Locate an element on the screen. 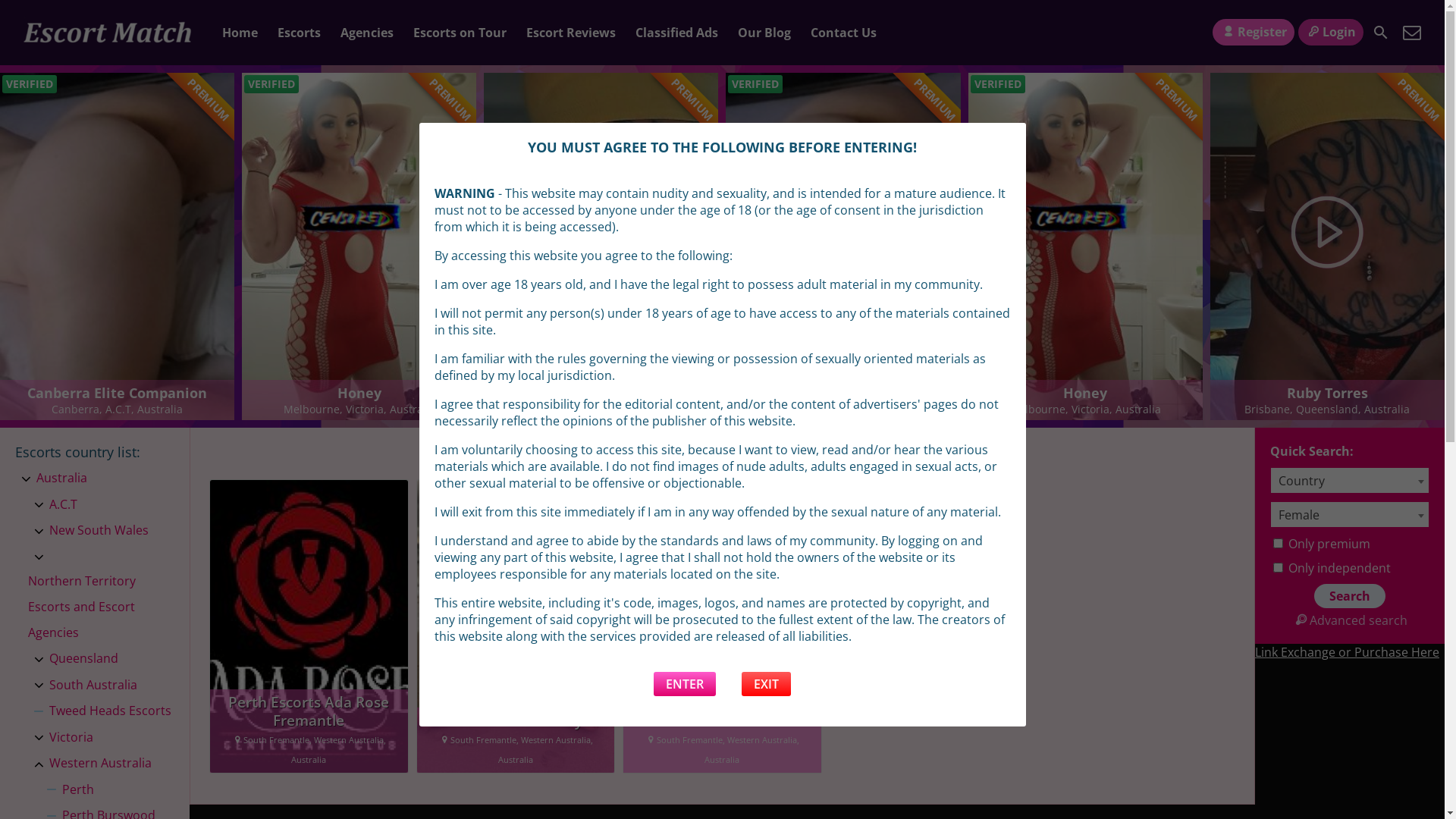 The height and width of the screenshot is (819, 1456). 'Advanced search' is located at coordinates (1349, 620).